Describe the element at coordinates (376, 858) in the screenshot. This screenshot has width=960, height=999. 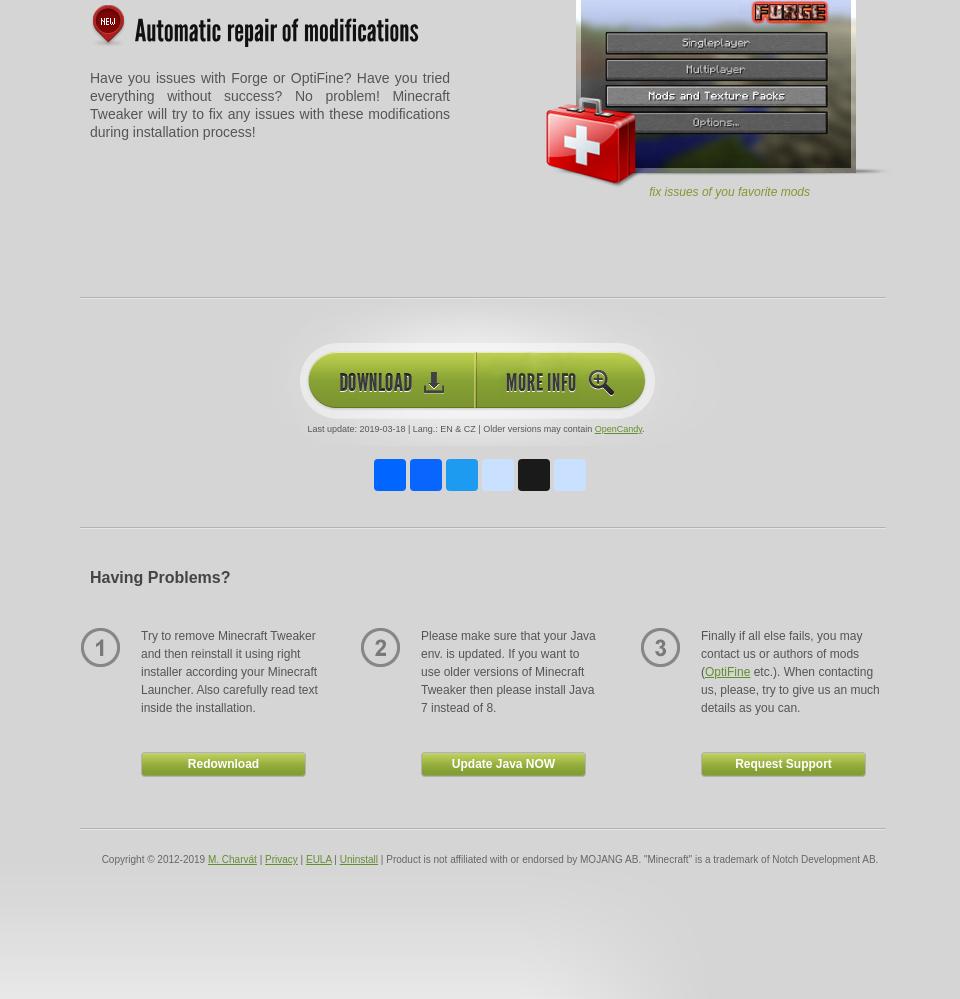
I see `'| Product is not affiliated with or endorsed by MOJANG AB. "Minecraft" is a trademark of Notch Development AB.'` at that location.